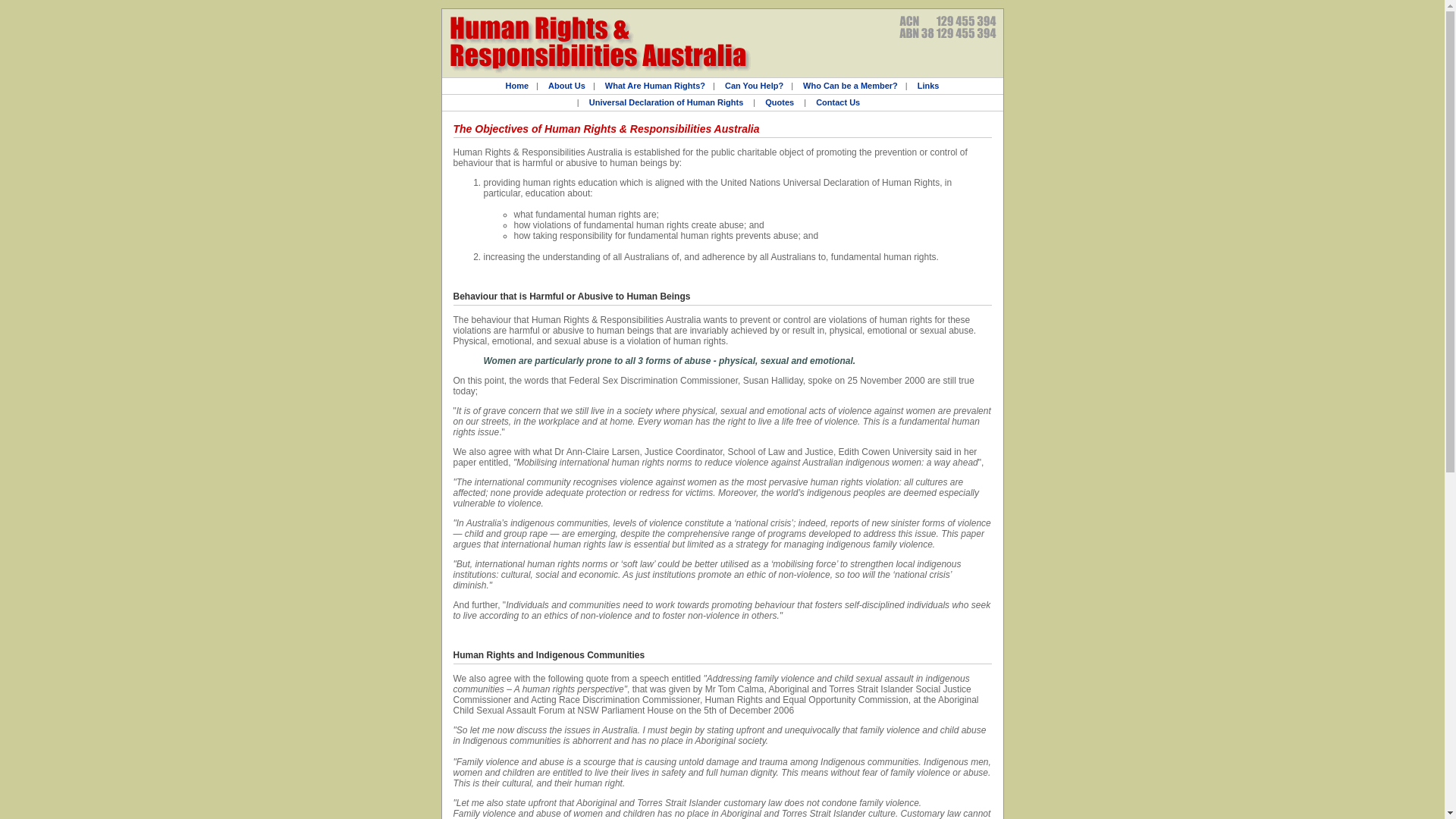 This screenshot has height=819, width=1456. I want to click on 'Links', so click(927, 85).